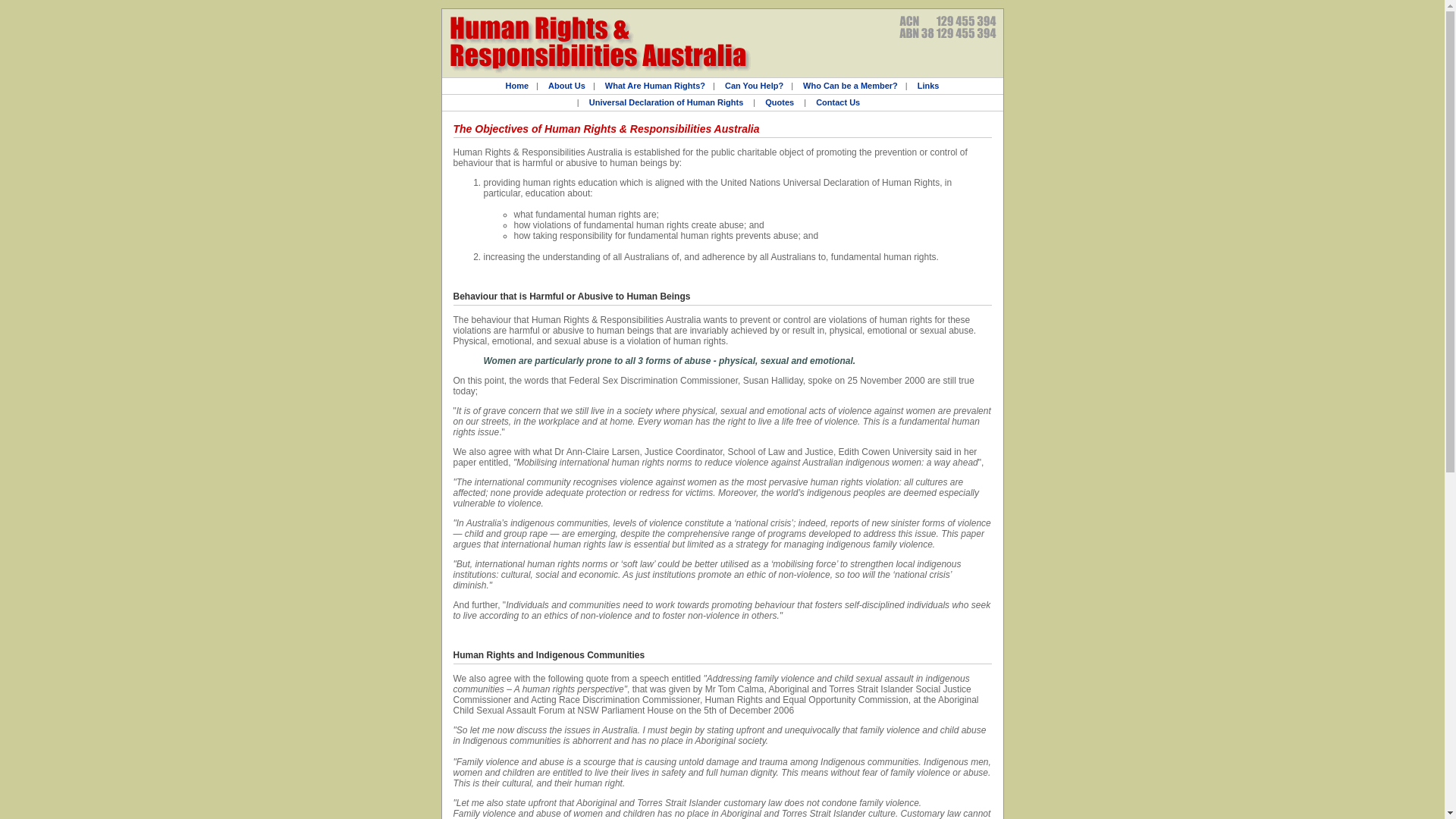 This screenshot has height=819, width=1456. I want to click on 'Links', so click(927, 85).